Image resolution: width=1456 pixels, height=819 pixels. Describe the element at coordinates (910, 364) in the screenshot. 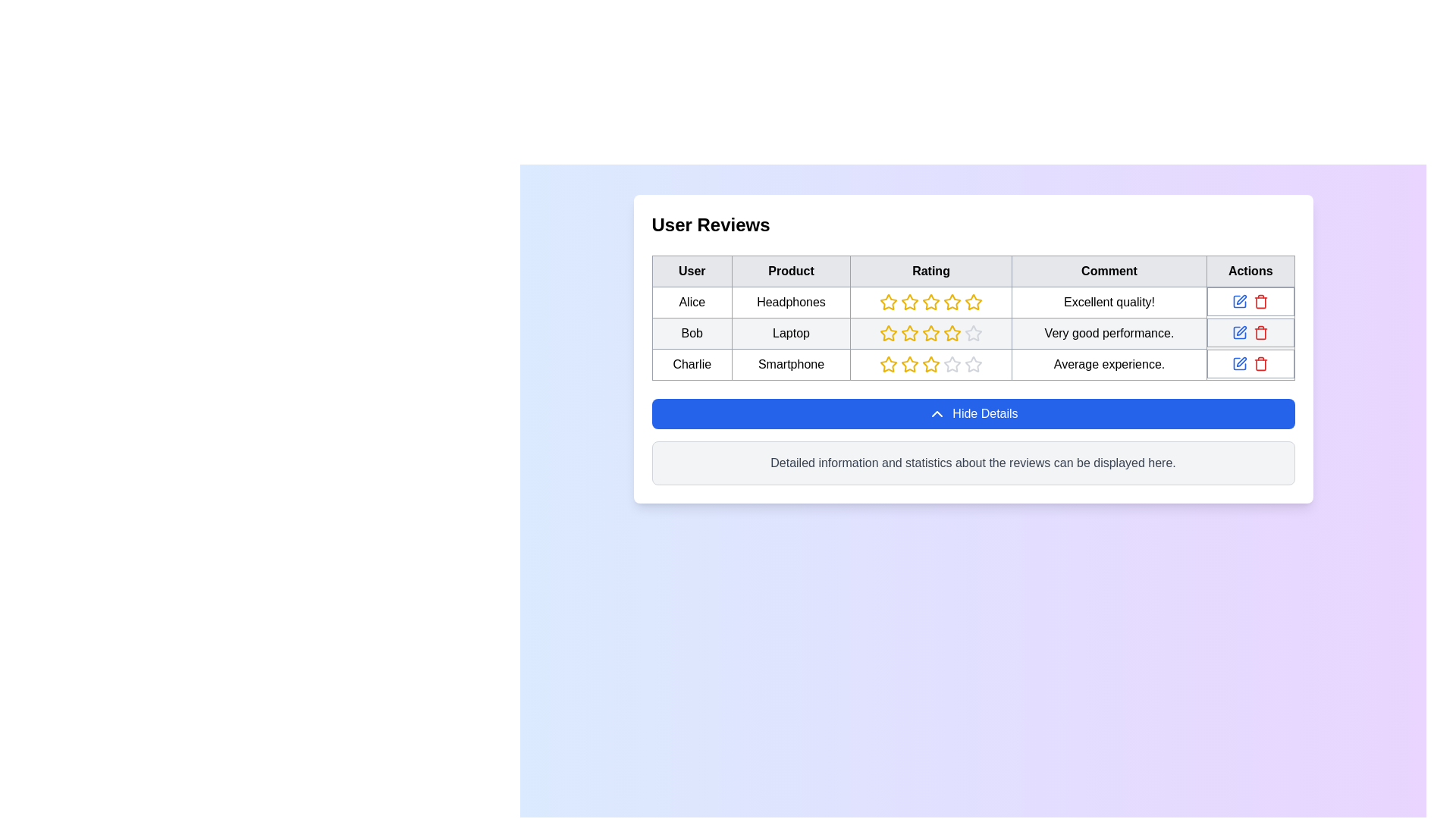

I see `the yellow outlined star icon in the third row associated with Charlie's review of the Smartphone product to rate it` at that location.